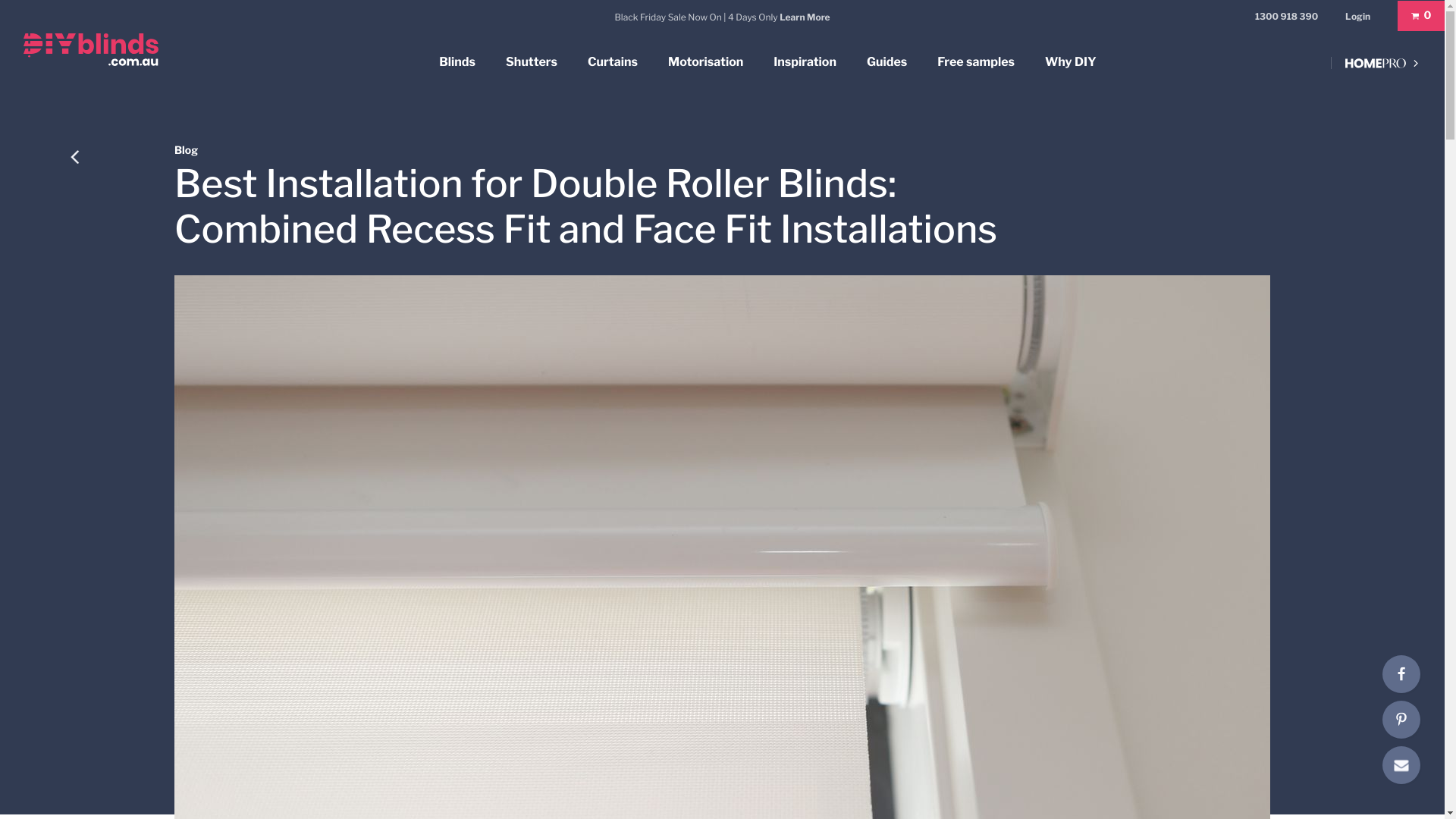  I want to click on '1300 918 390', so click(1285, 16).